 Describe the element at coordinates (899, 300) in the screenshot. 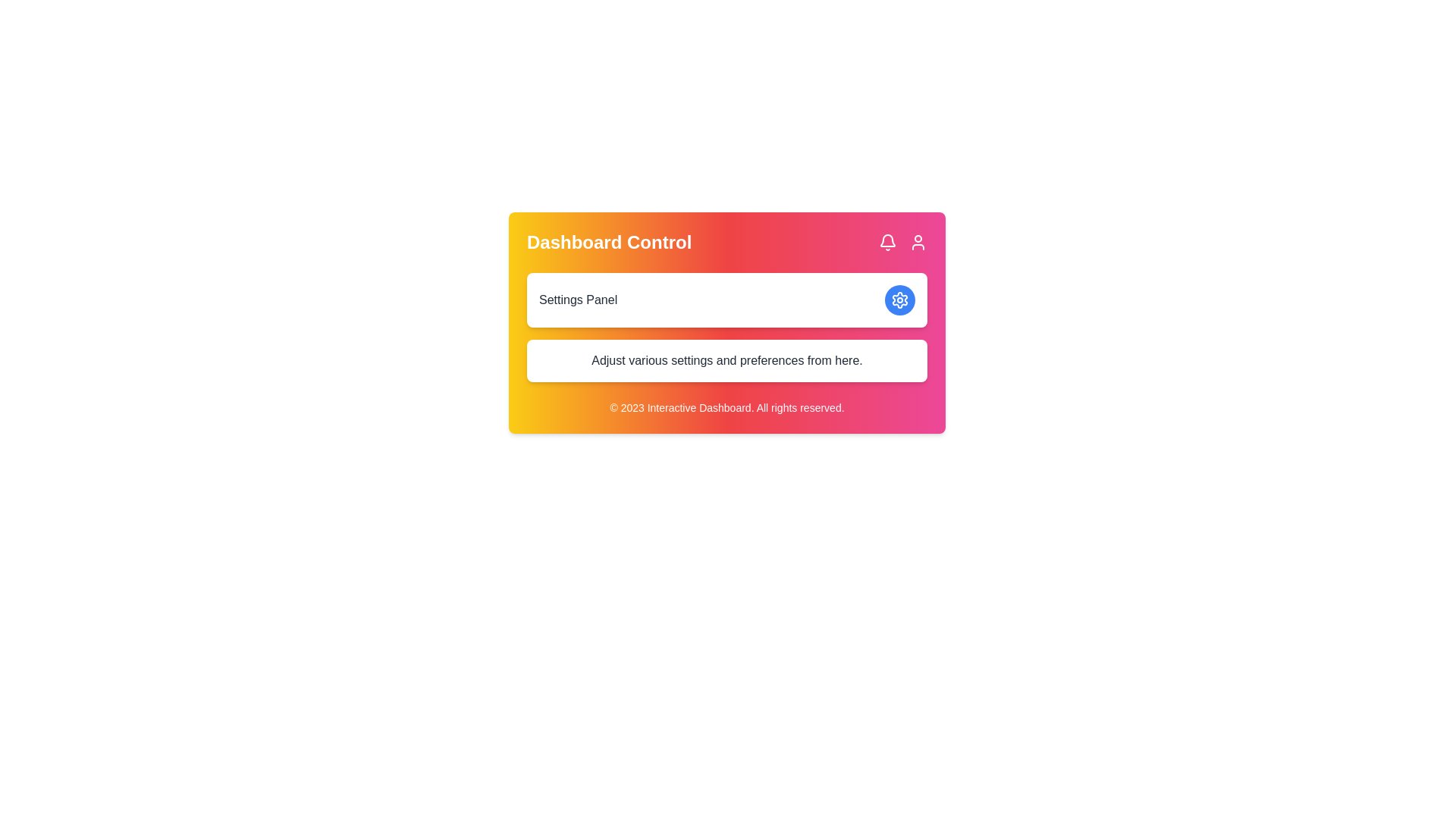

I see `the small gear-shaped icon in white, which is centered within the blue circular button on the right side of the 'Settings Panel' label` at that location.